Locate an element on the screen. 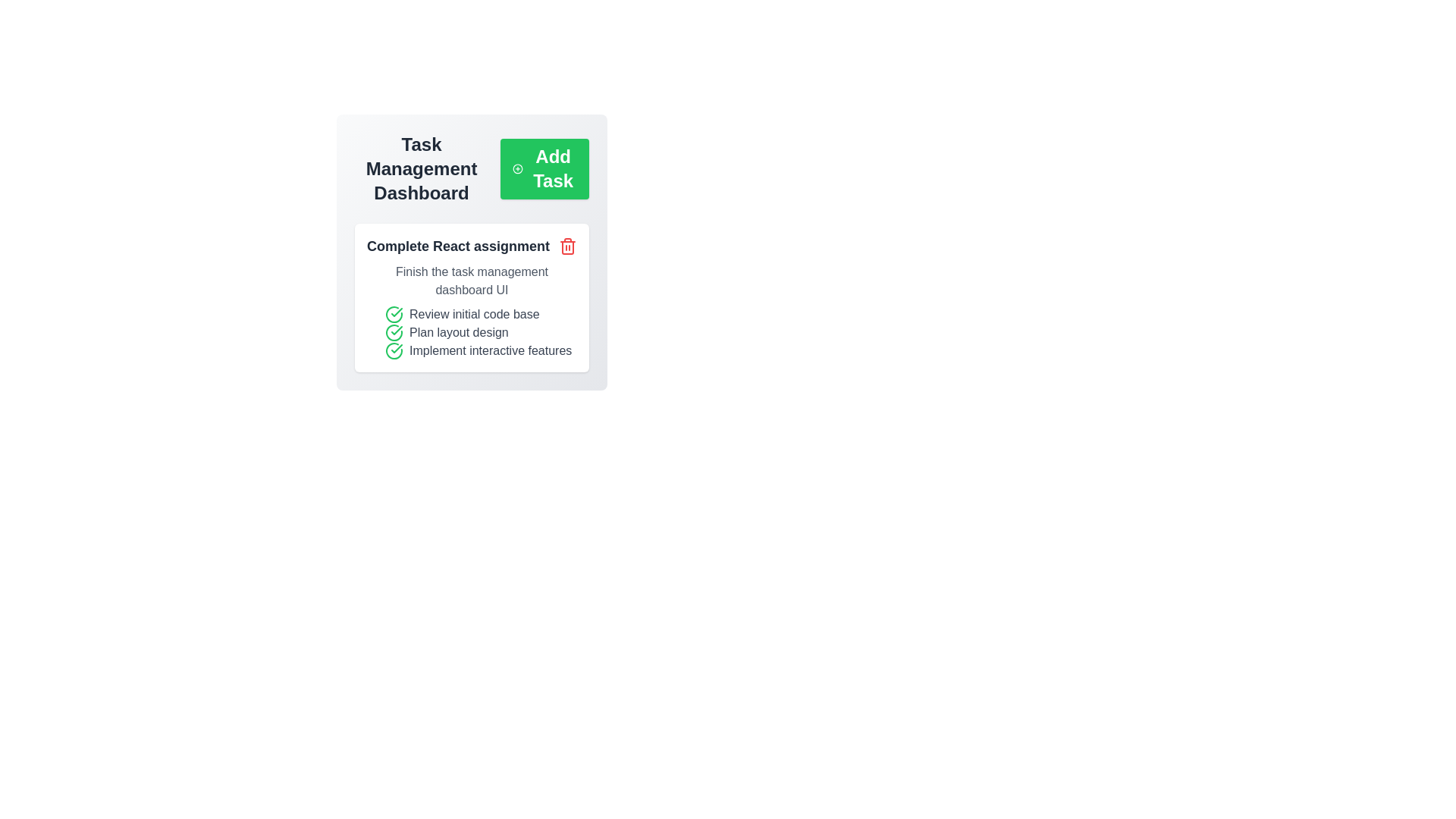  the vector icon representing a completed task in the checklist UI, located slightly off-center within a larger circle icon is located at coordinates (397, 329).